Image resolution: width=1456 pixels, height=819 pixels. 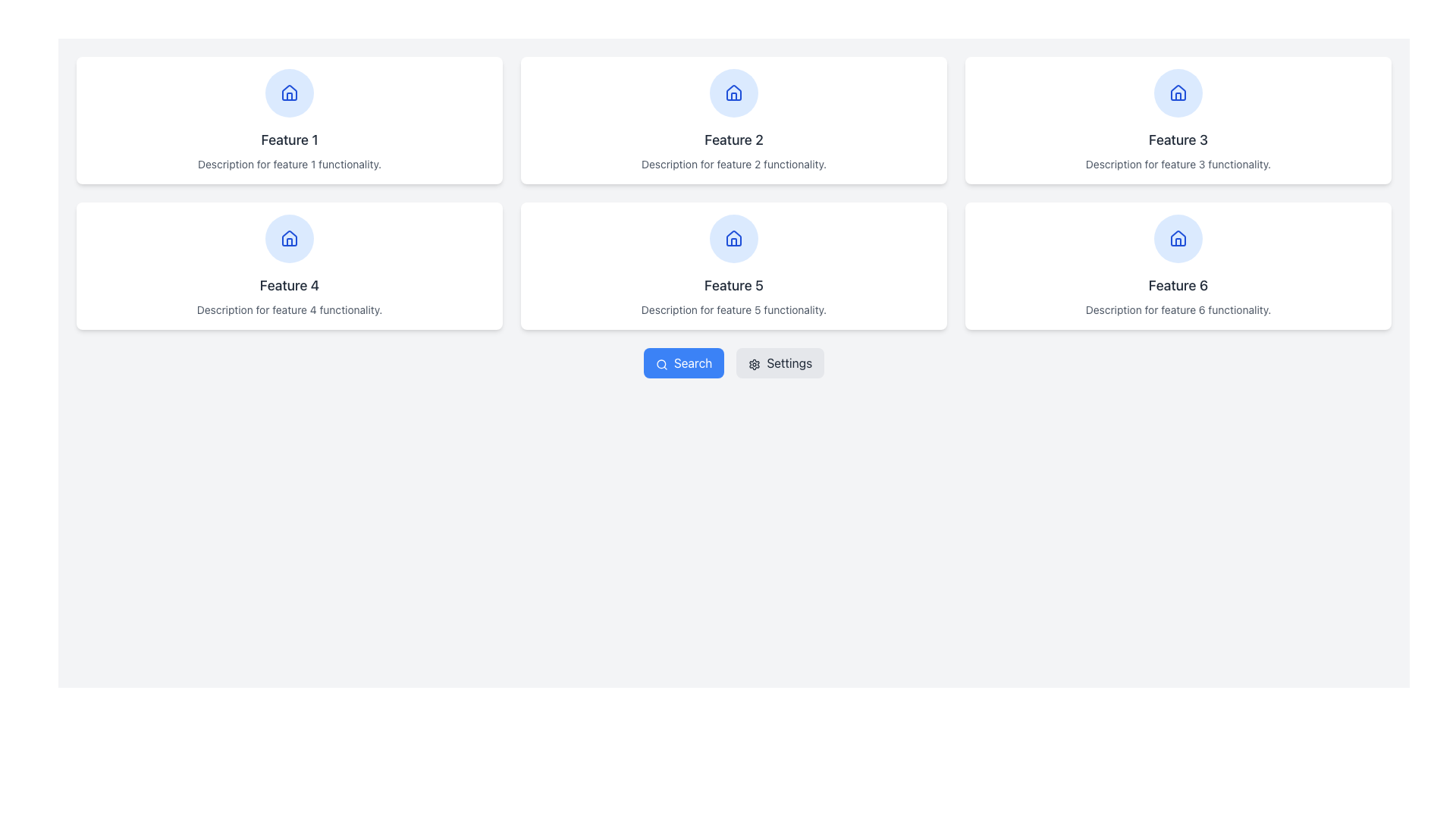 I want to click on the title text element that summarizes the card's content, located at the center of the second card in the top row of a 3x2 grid layout, so click(x=734, y=140).